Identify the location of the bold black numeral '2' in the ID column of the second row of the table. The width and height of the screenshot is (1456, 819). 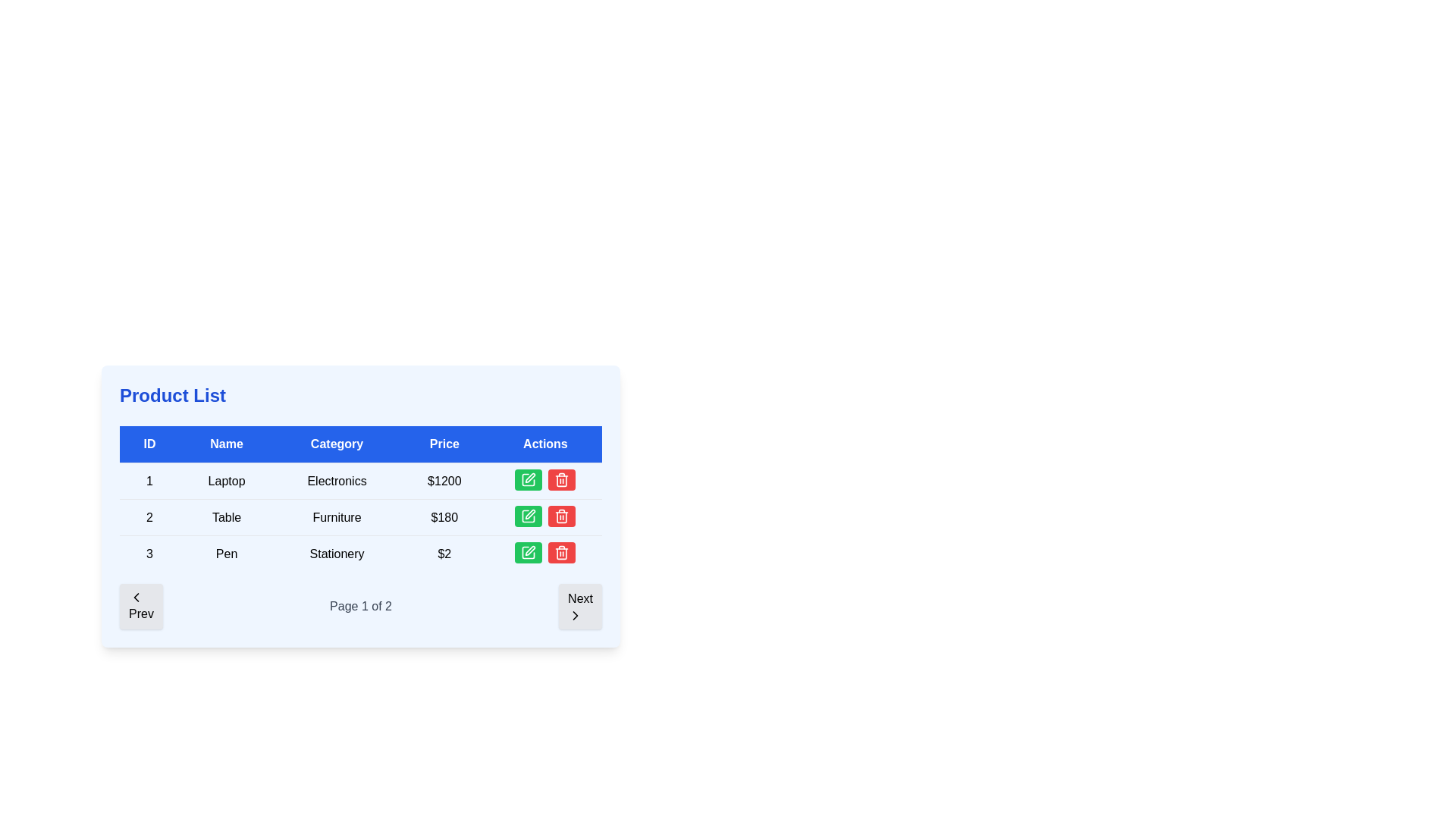
(149, 516).